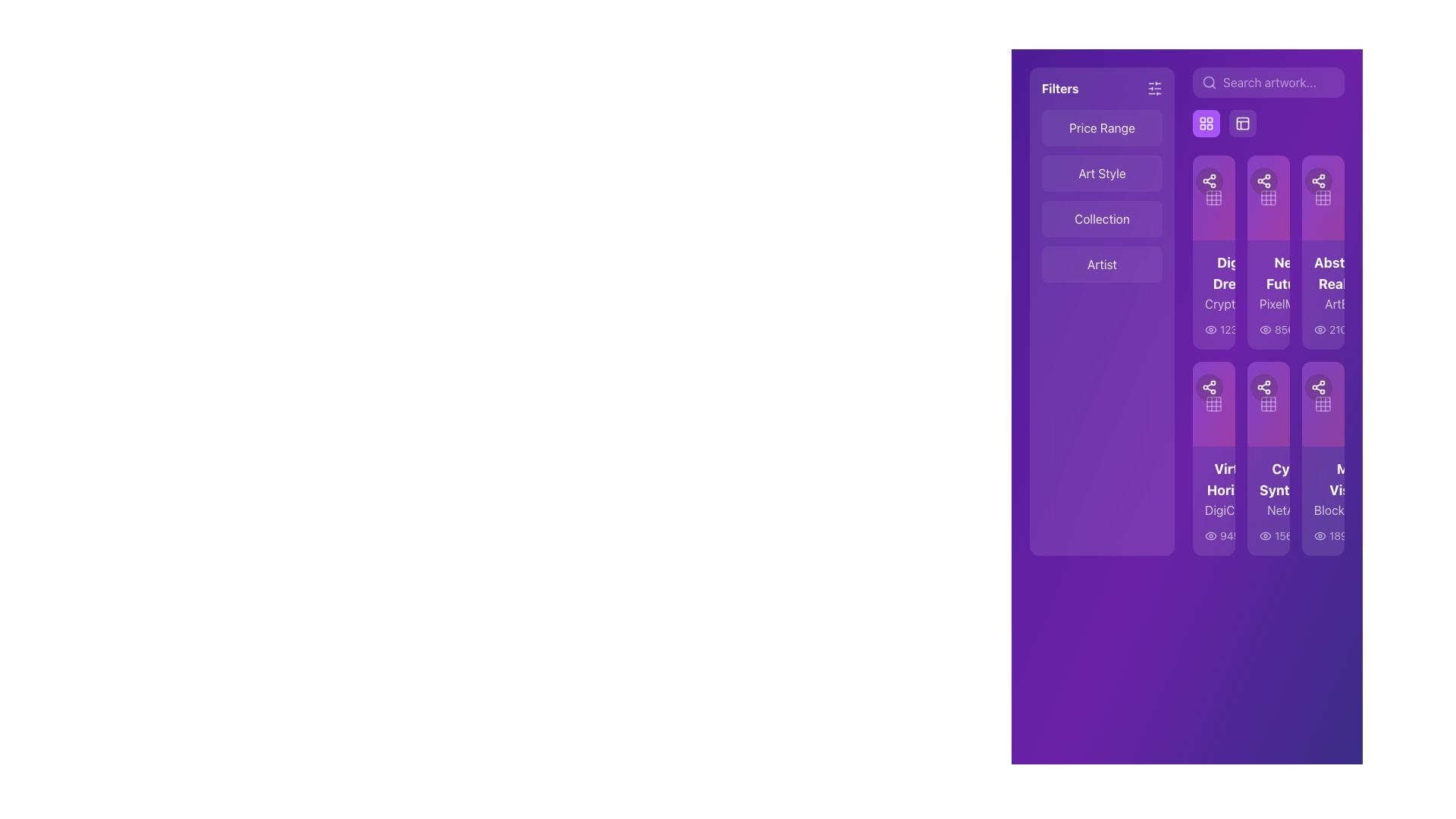 The image size is (1456, 819). Describe the element at coordinates (1102, 127) in the screenshot. I see `the price range filter category label located in the left vertical sidebar, positioned under the 'Filters' heading and above 'Art Style.'` at that location.